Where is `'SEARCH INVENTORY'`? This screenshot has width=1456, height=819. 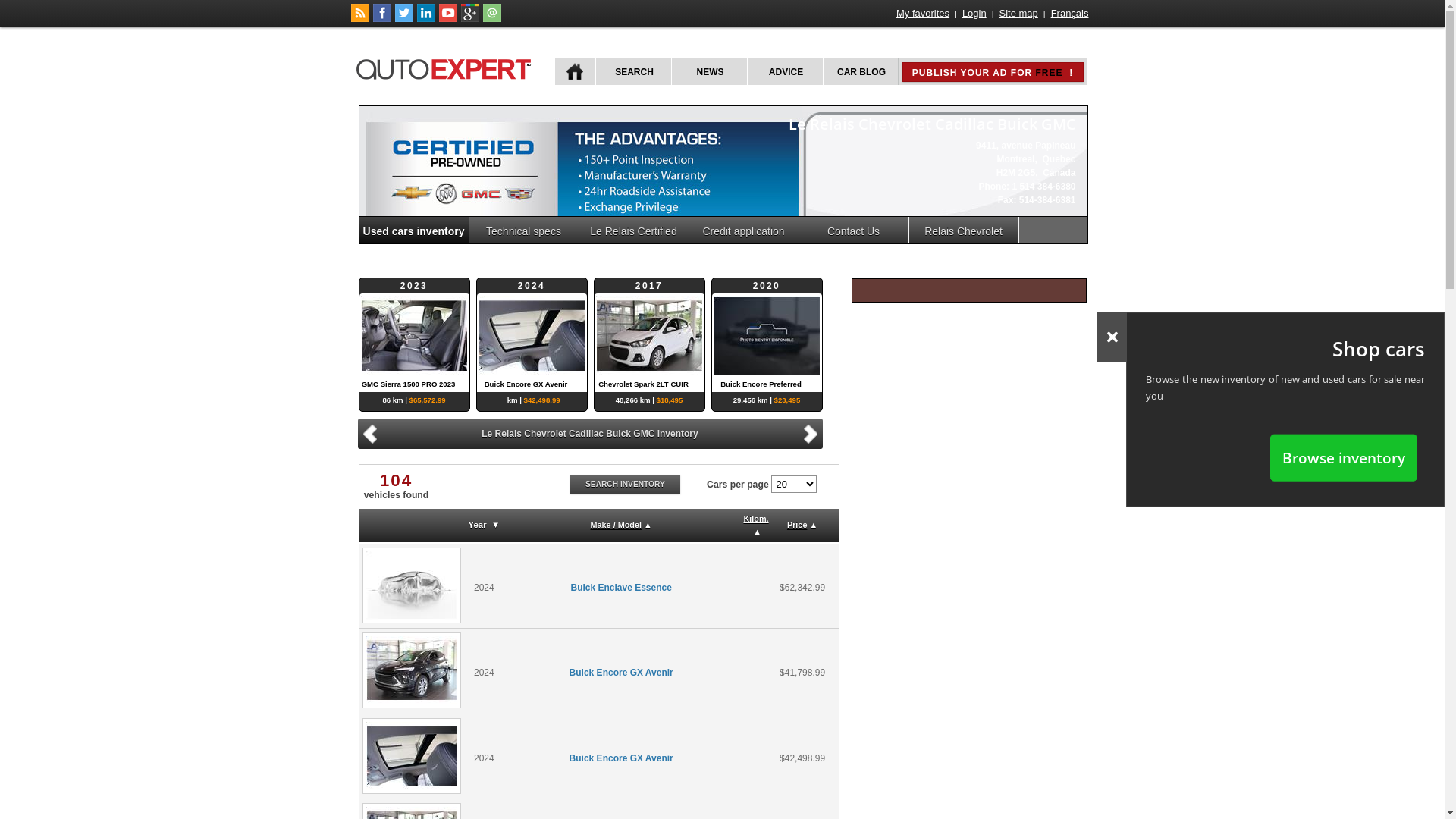 'SEARCH INVENTORY' is located at coordinates (626, 484).